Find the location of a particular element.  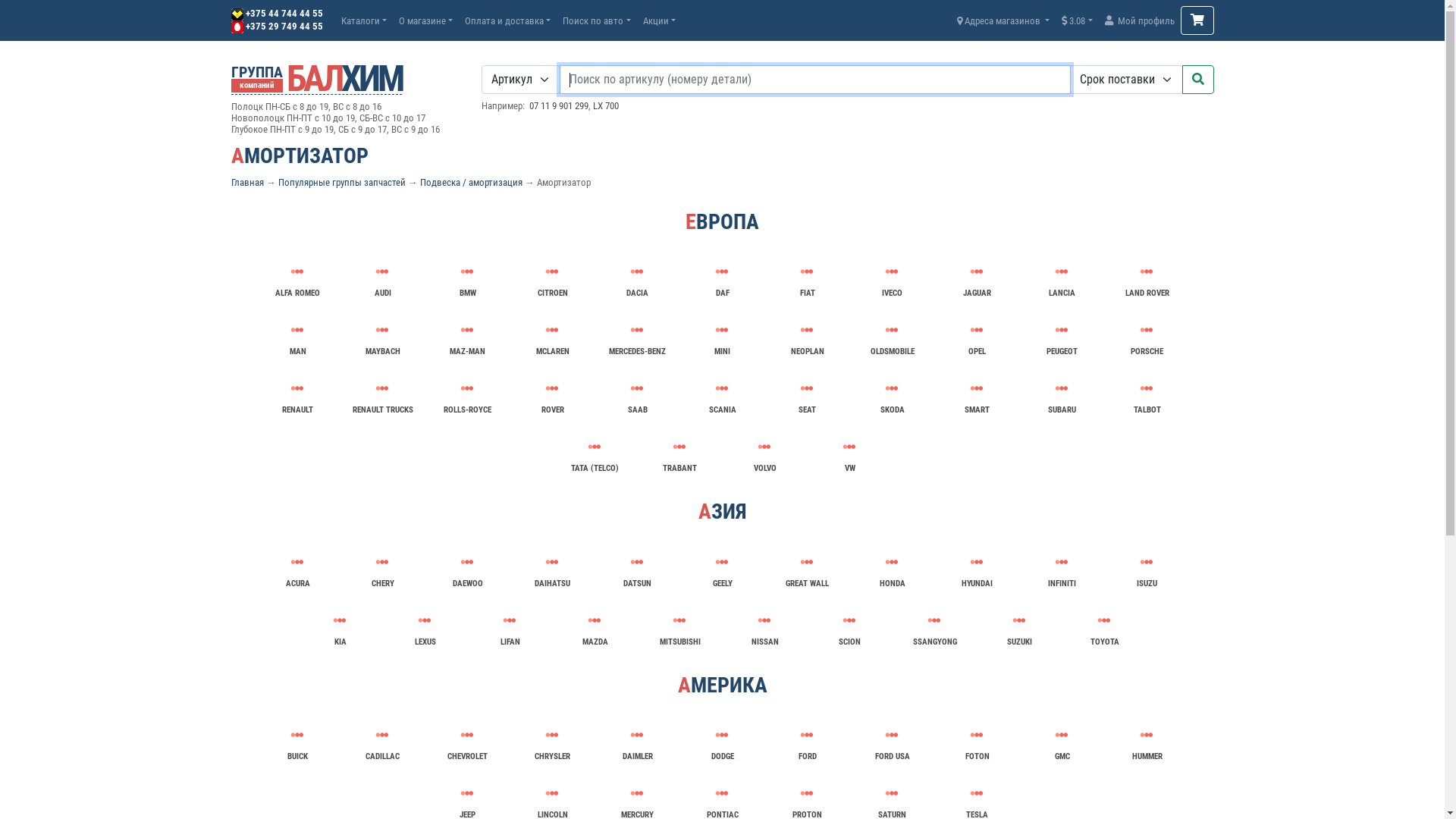

'NISSAN' is located at coordinates (764, 626).